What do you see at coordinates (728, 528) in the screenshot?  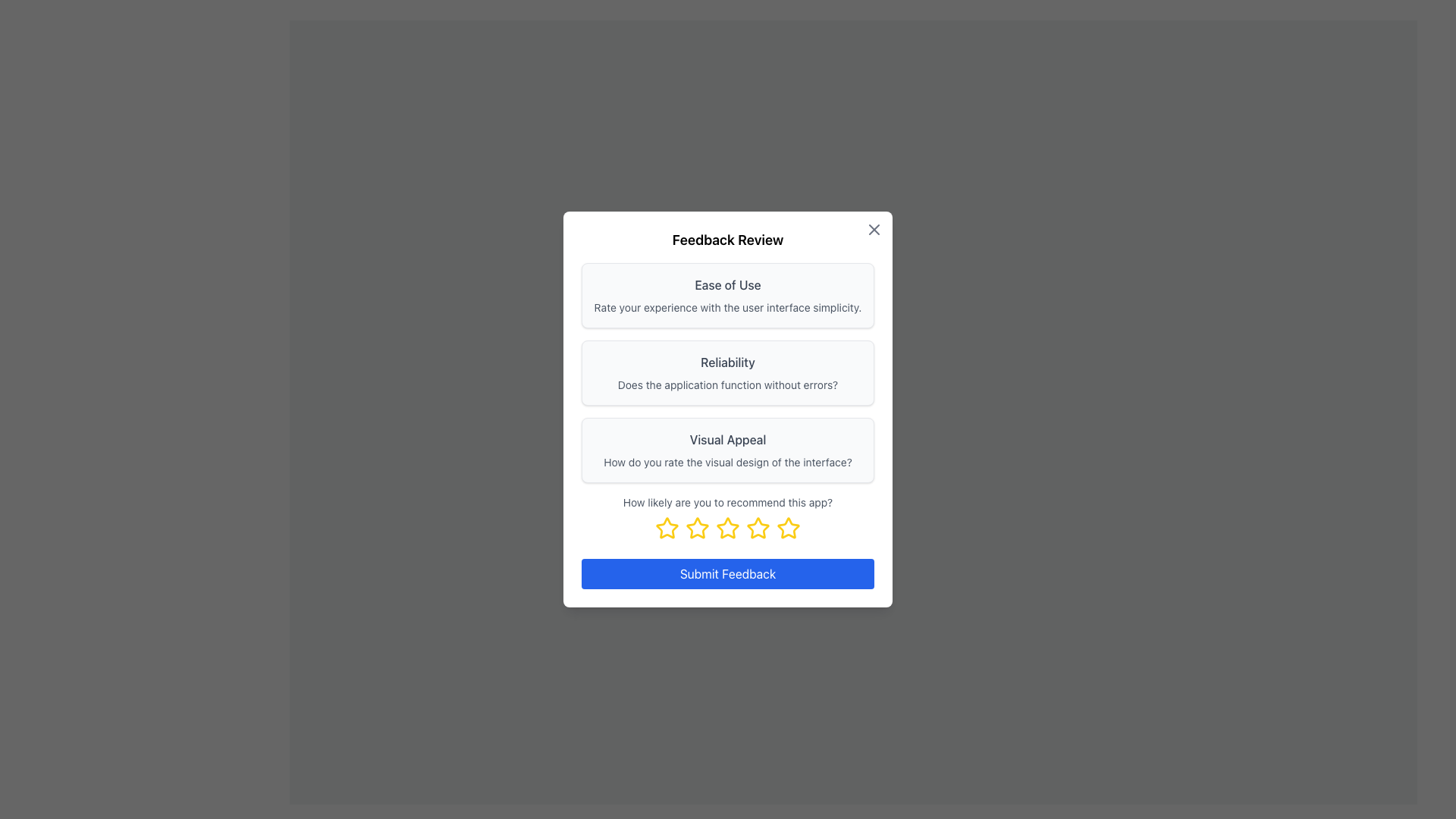 I see `the third star in the star rating icon` at bounding box center [728, 528].